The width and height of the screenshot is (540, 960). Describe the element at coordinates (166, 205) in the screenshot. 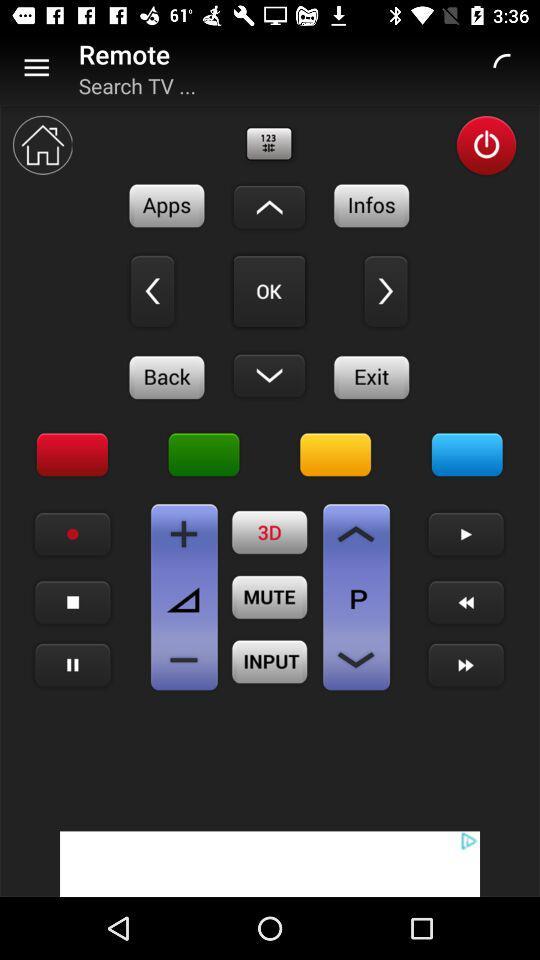

I see `applications button on remote` at that location.